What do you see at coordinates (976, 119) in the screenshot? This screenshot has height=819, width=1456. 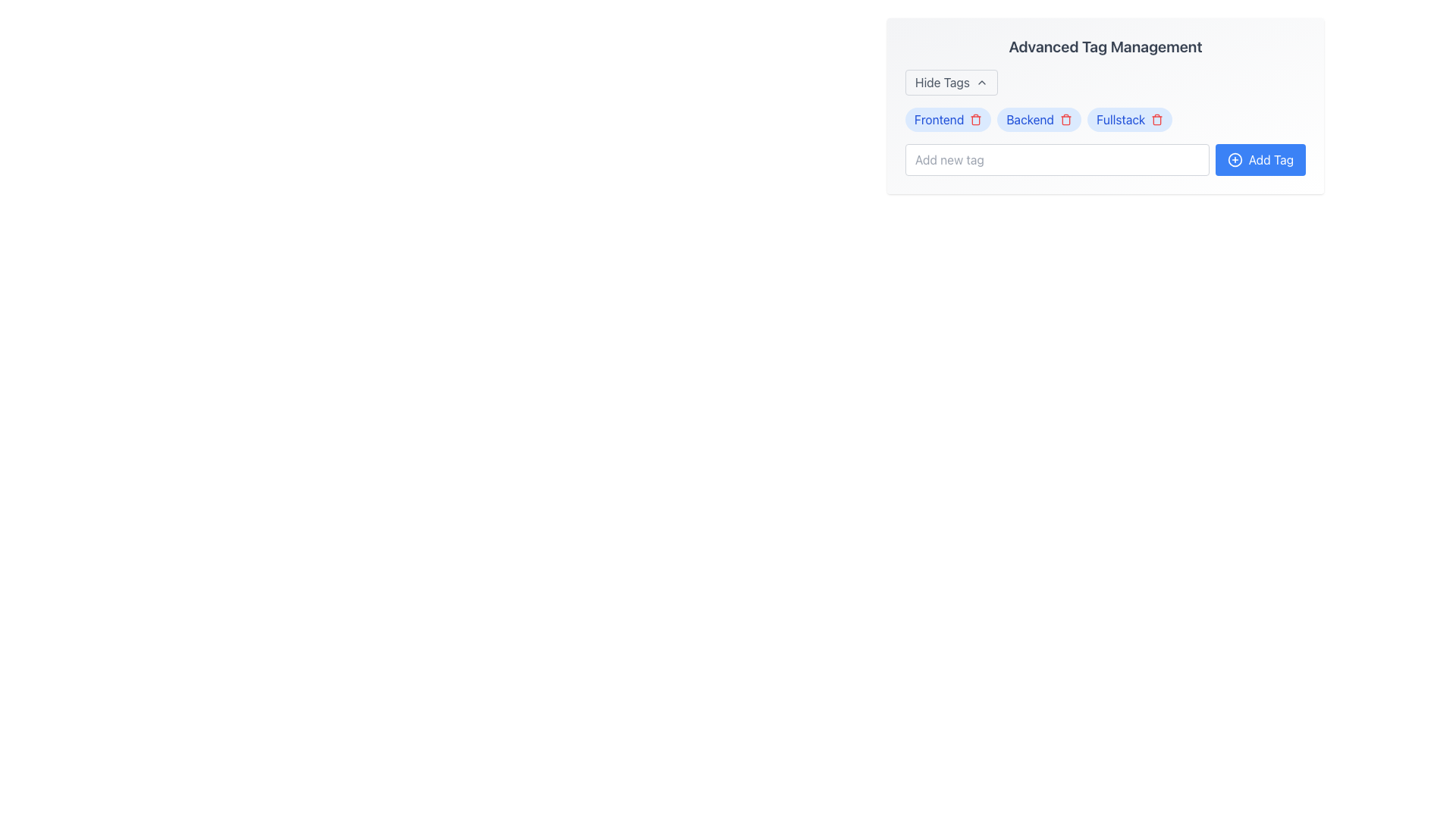 I see `the delete icon located to the right of the 'Frontend' tag within the blue shaded rounded rectangle in the 'Advanced Tag Management' section` at bounding box center [976, 119].